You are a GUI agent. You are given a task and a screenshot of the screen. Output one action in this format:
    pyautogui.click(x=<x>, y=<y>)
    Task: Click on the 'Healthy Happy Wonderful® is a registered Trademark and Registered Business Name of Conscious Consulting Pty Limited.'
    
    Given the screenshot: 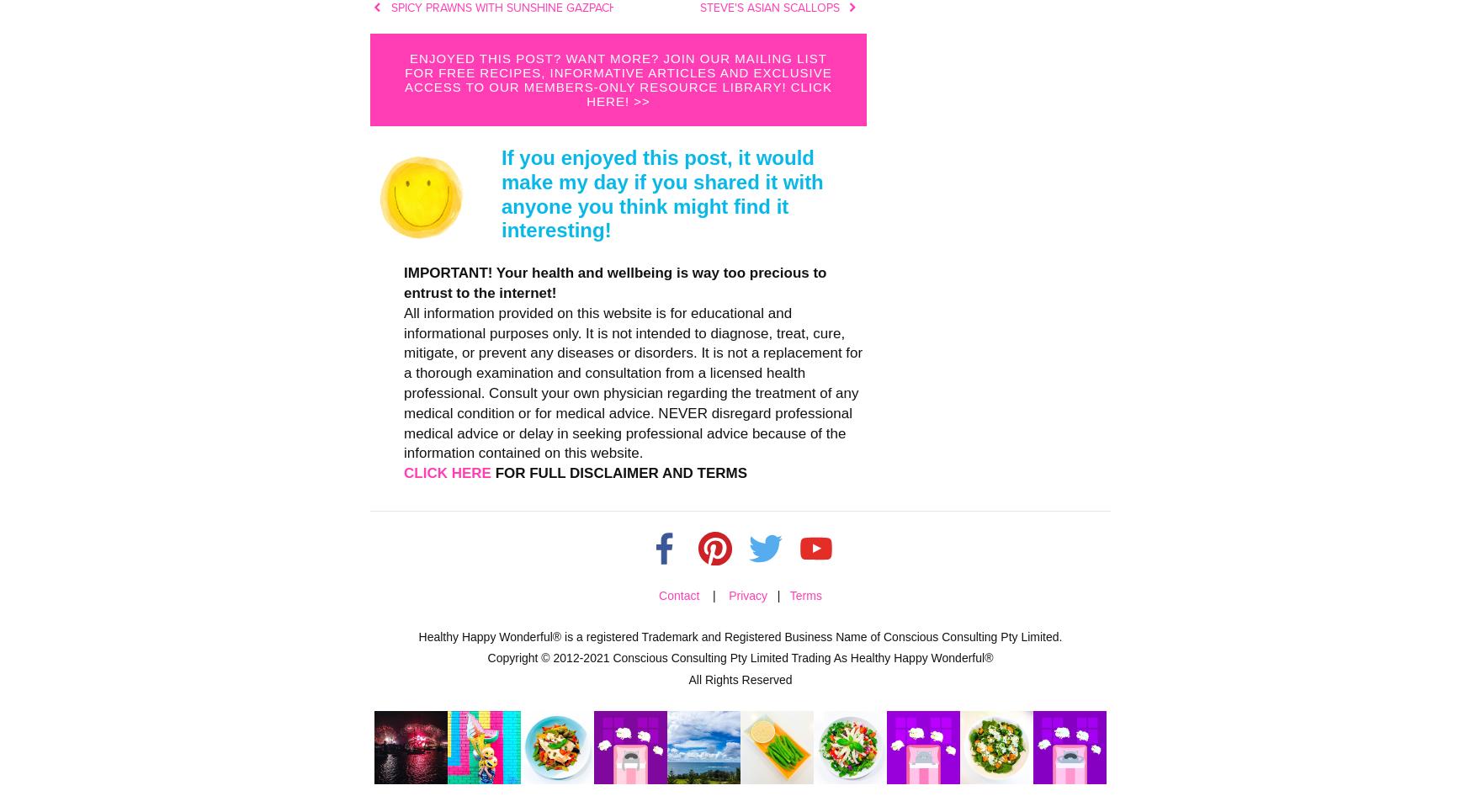 What is the action you would take?
    pyautogui.click(x=739, y=636)
    